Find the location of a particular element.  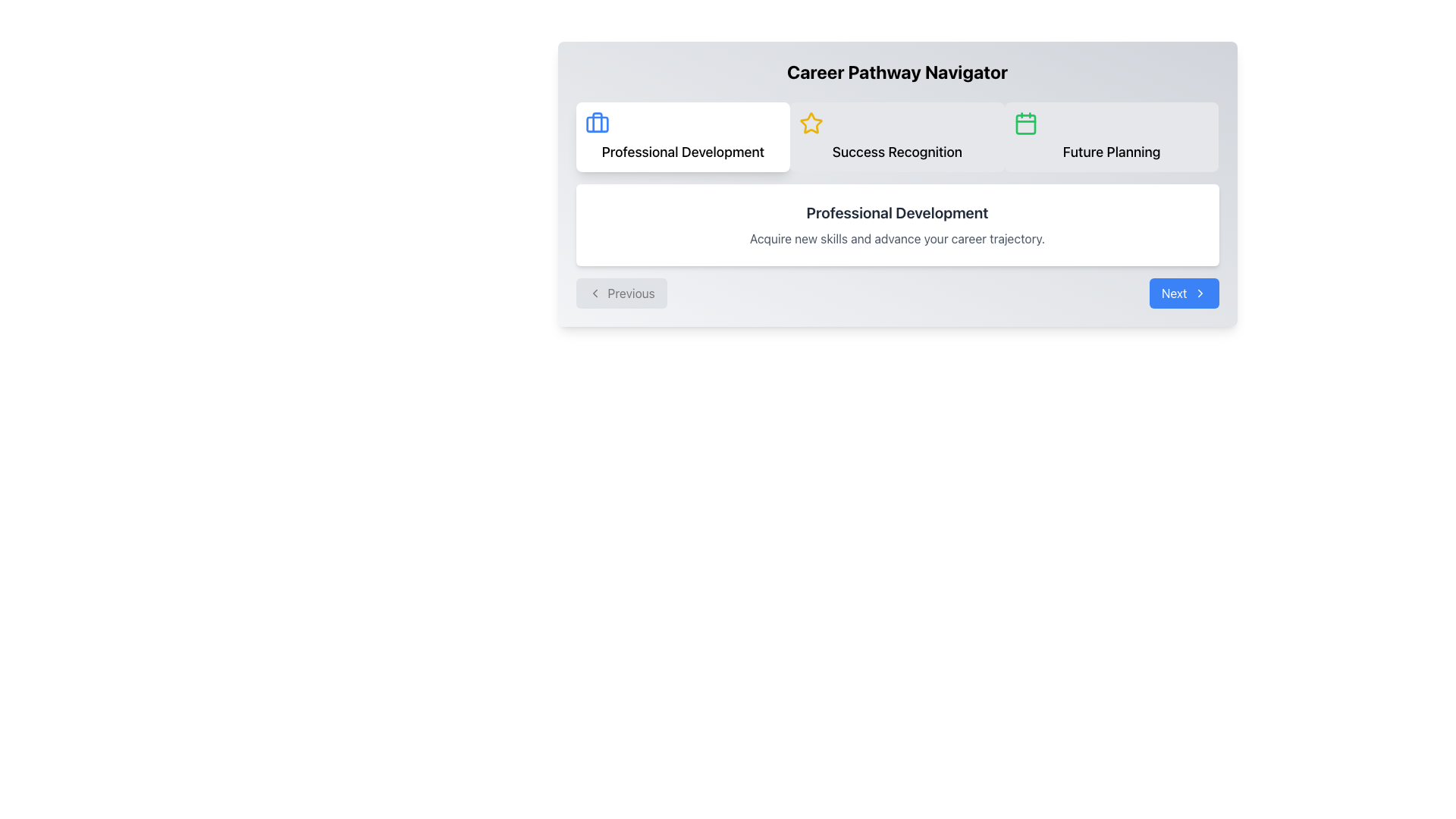

the graphical icon for navigation located adjacent to the 'Previous' button in the bottom-left of the interface is located at coordinates (594, 293).